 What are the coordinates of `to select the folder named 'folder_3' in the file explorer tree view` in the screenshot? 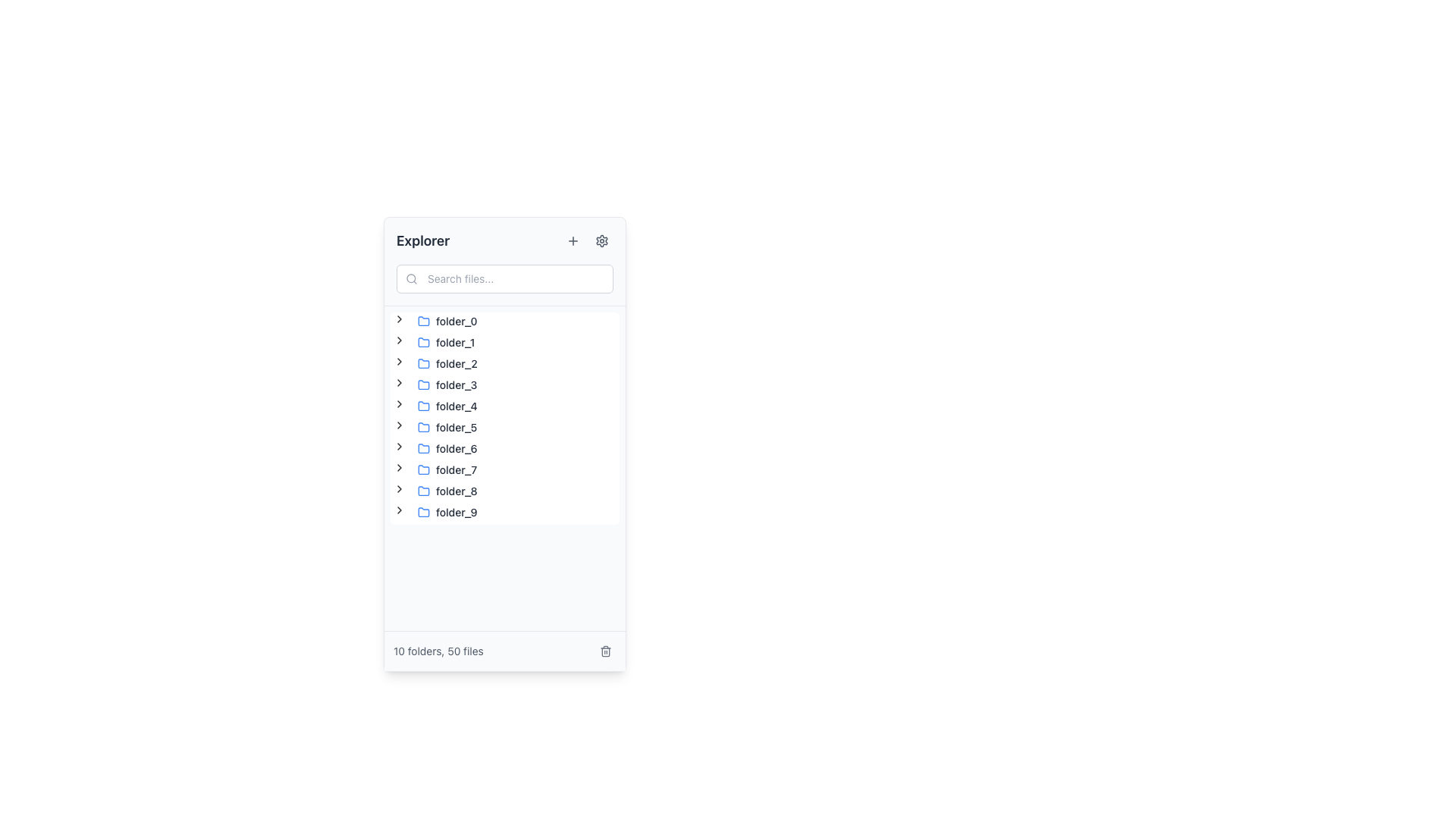 It's located at (447, 384).